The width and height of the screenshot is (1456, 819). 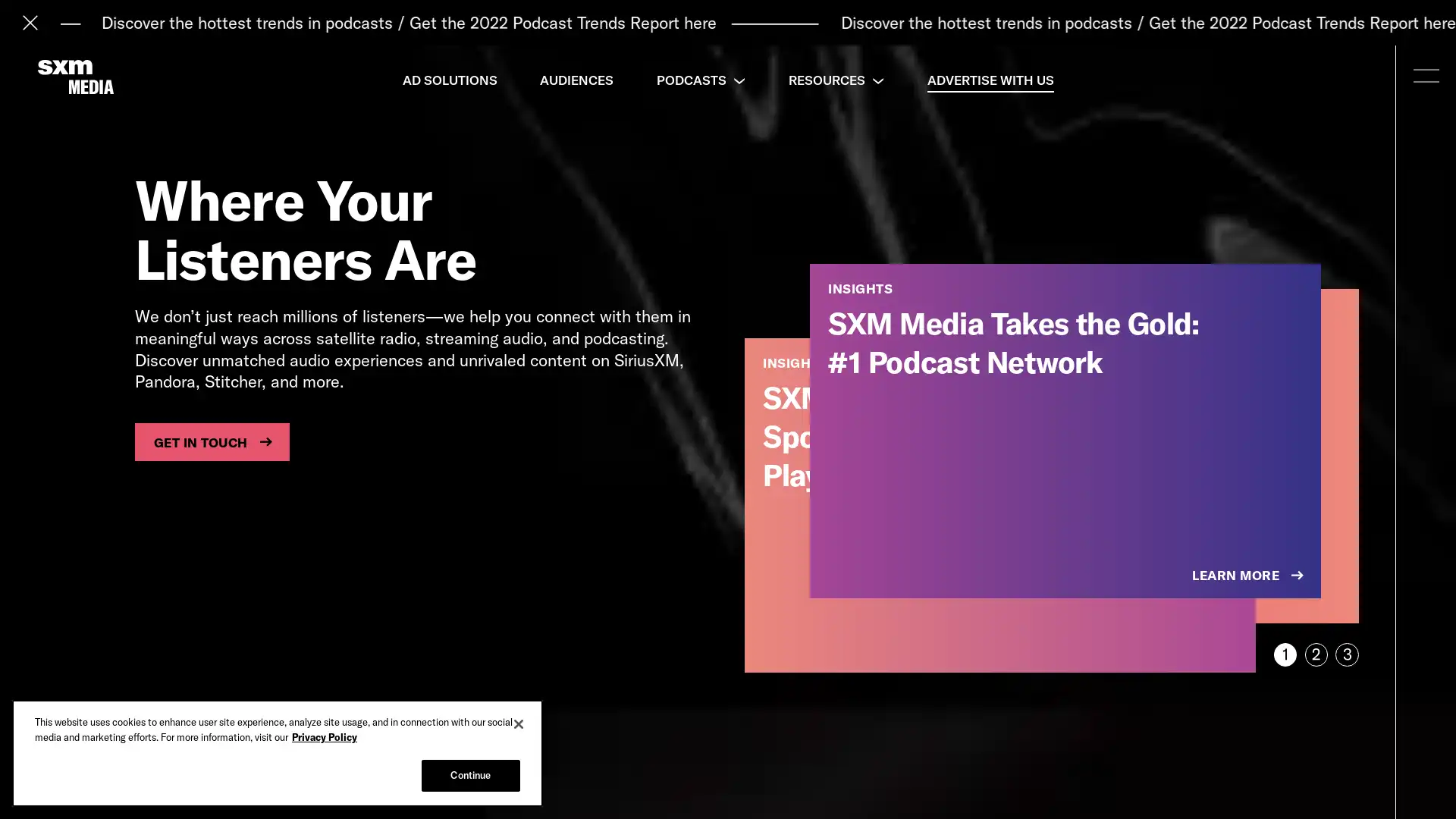 What do you see at coordinates (211, 441) in the screenshot?
I see `GET IN TOUCH` at bounding box center [211, 441].